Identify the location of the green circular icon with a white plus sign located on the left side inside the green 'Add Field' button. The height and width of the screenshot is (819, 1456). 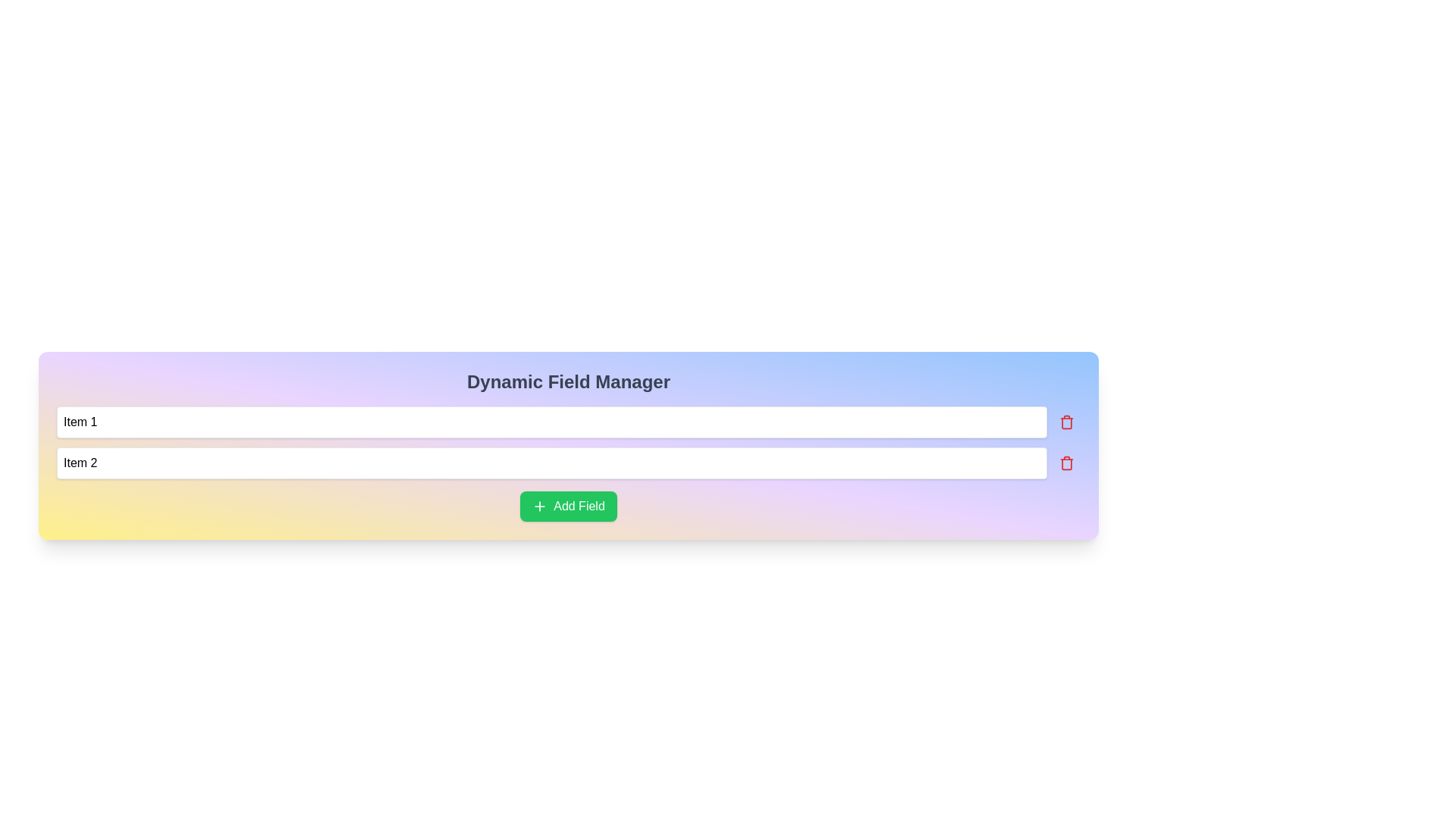
(540, 506).